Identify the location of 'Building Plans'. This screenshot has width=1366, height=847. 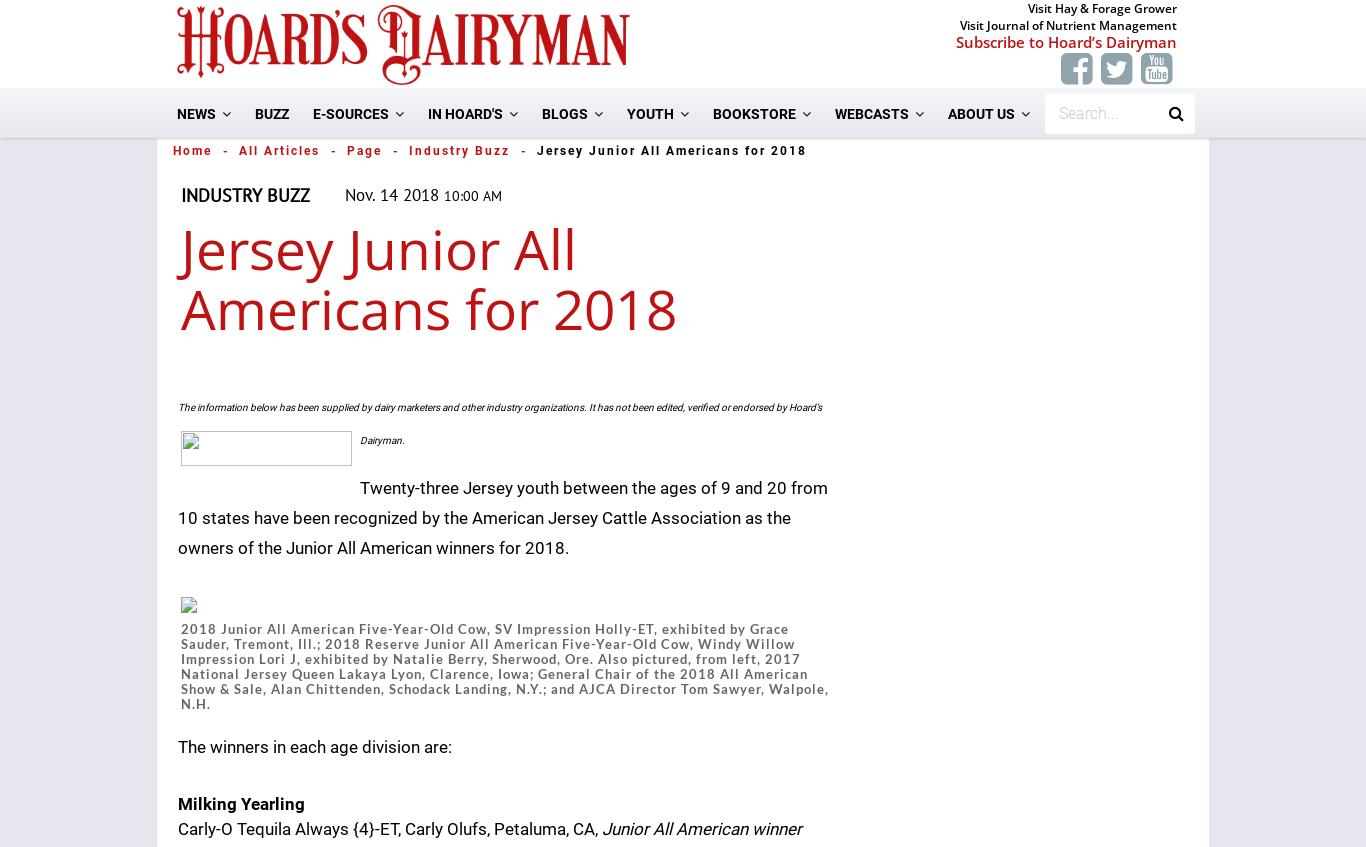
(735, 662).